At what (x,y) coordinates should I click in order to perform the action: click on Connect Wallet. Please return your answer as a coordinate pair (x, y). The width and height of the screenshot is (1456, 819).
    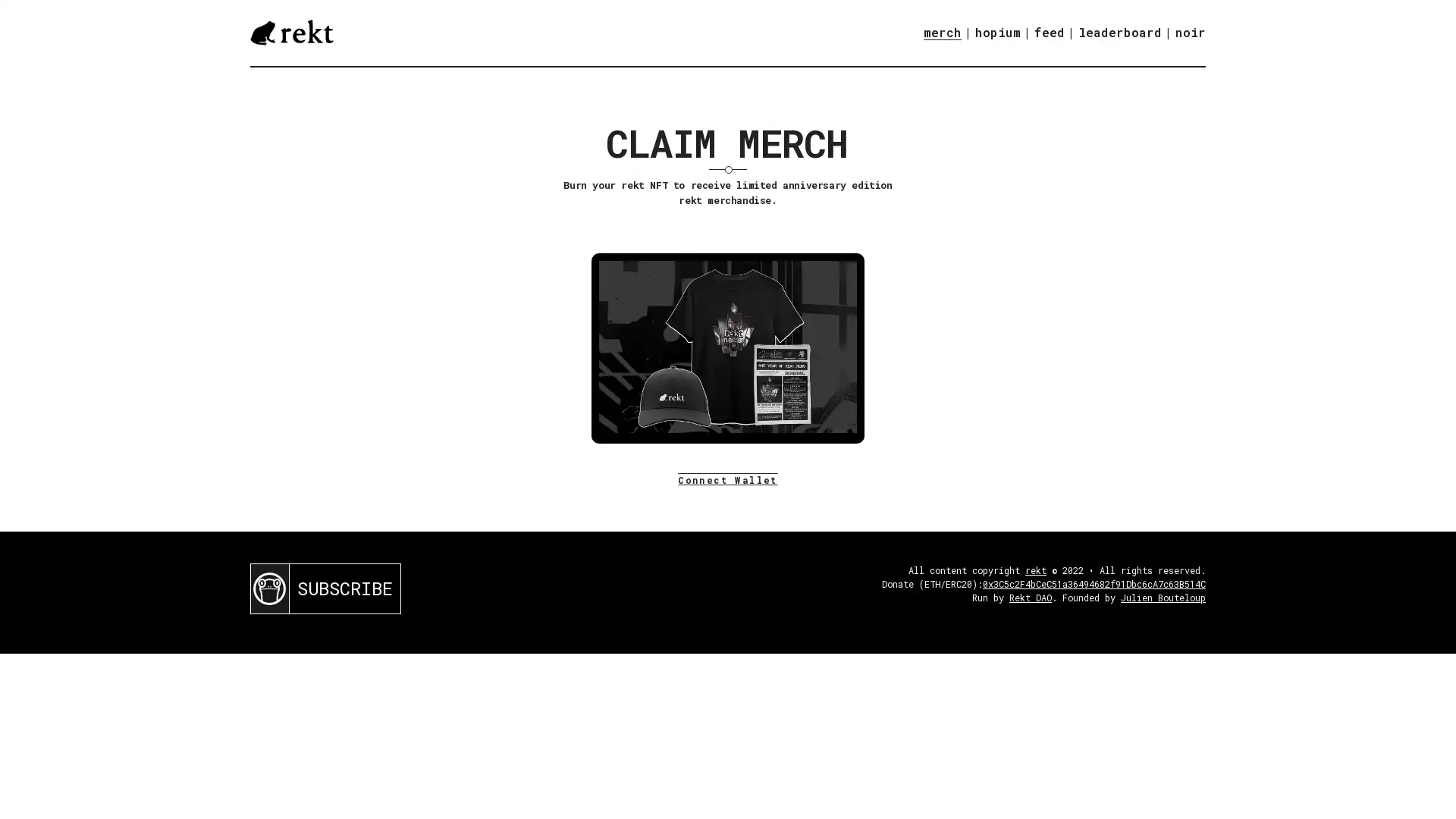
    Looking at the image, I should click on (726, 479).